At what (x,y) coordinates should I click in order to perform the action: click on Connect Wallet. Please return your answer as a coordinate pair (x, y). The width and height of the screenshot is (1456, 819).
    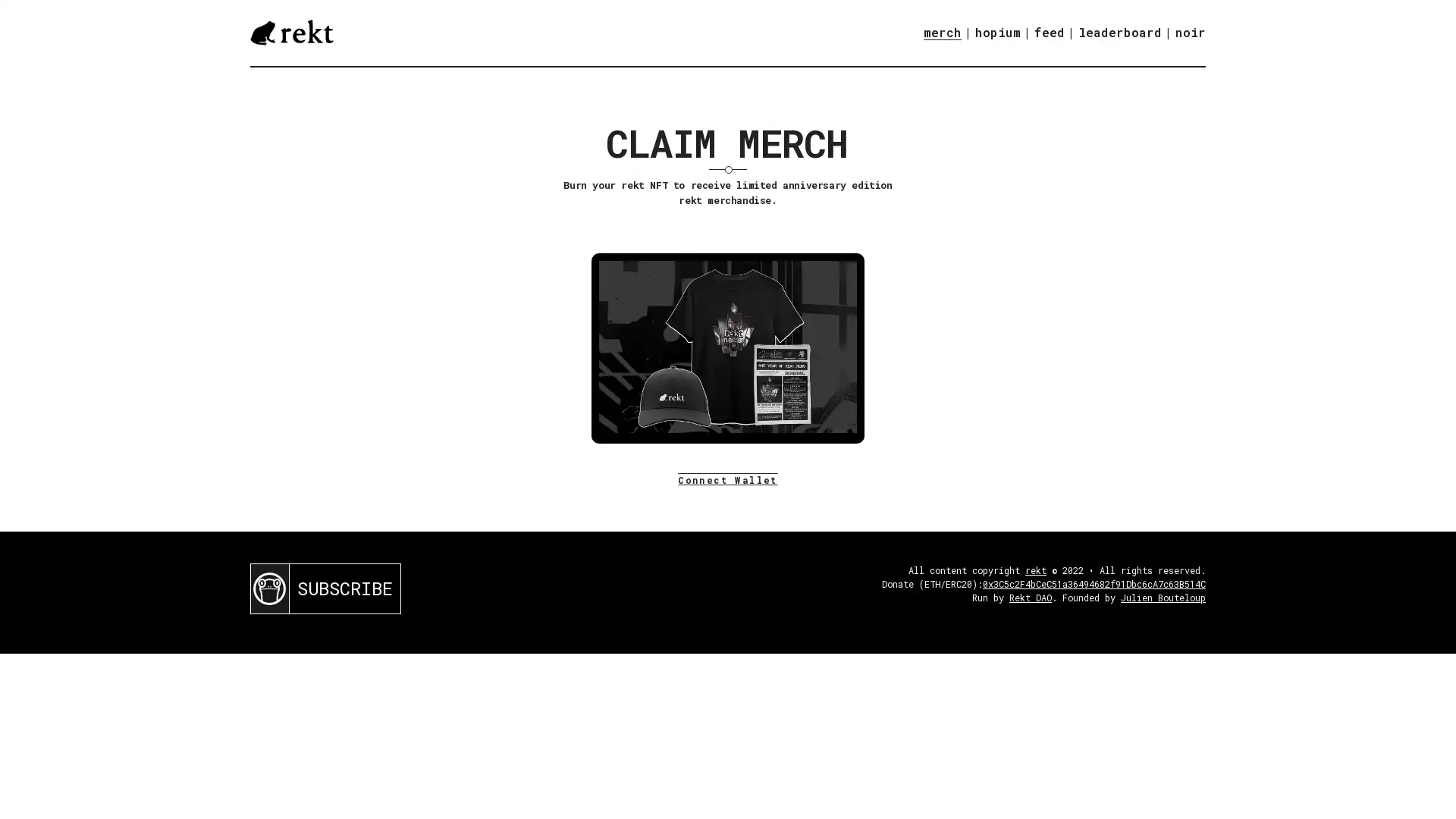
    Looking at the image, I should click on (726, 479).